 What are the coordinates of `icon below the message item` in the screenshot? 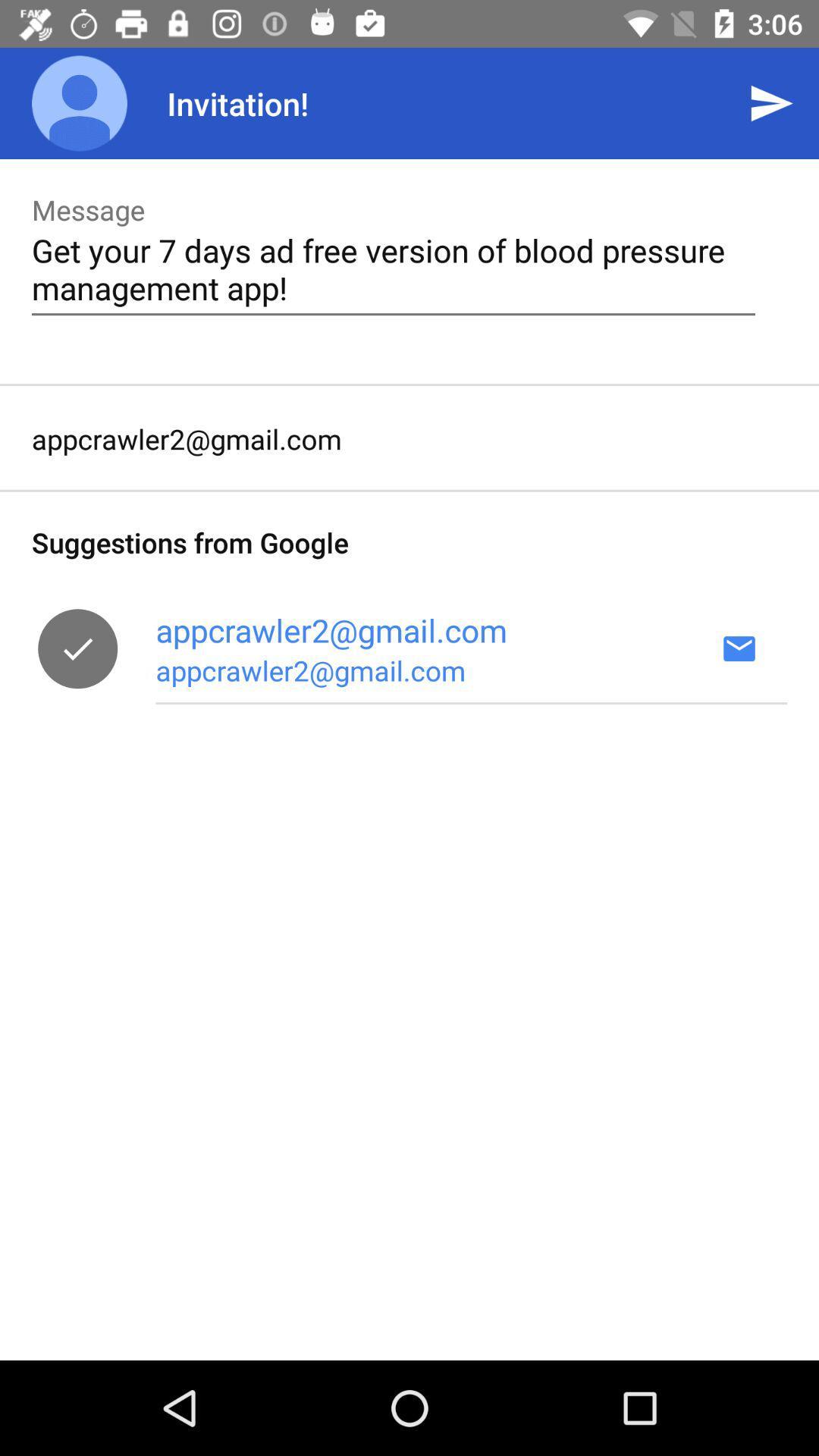 It's located at (393, 268).